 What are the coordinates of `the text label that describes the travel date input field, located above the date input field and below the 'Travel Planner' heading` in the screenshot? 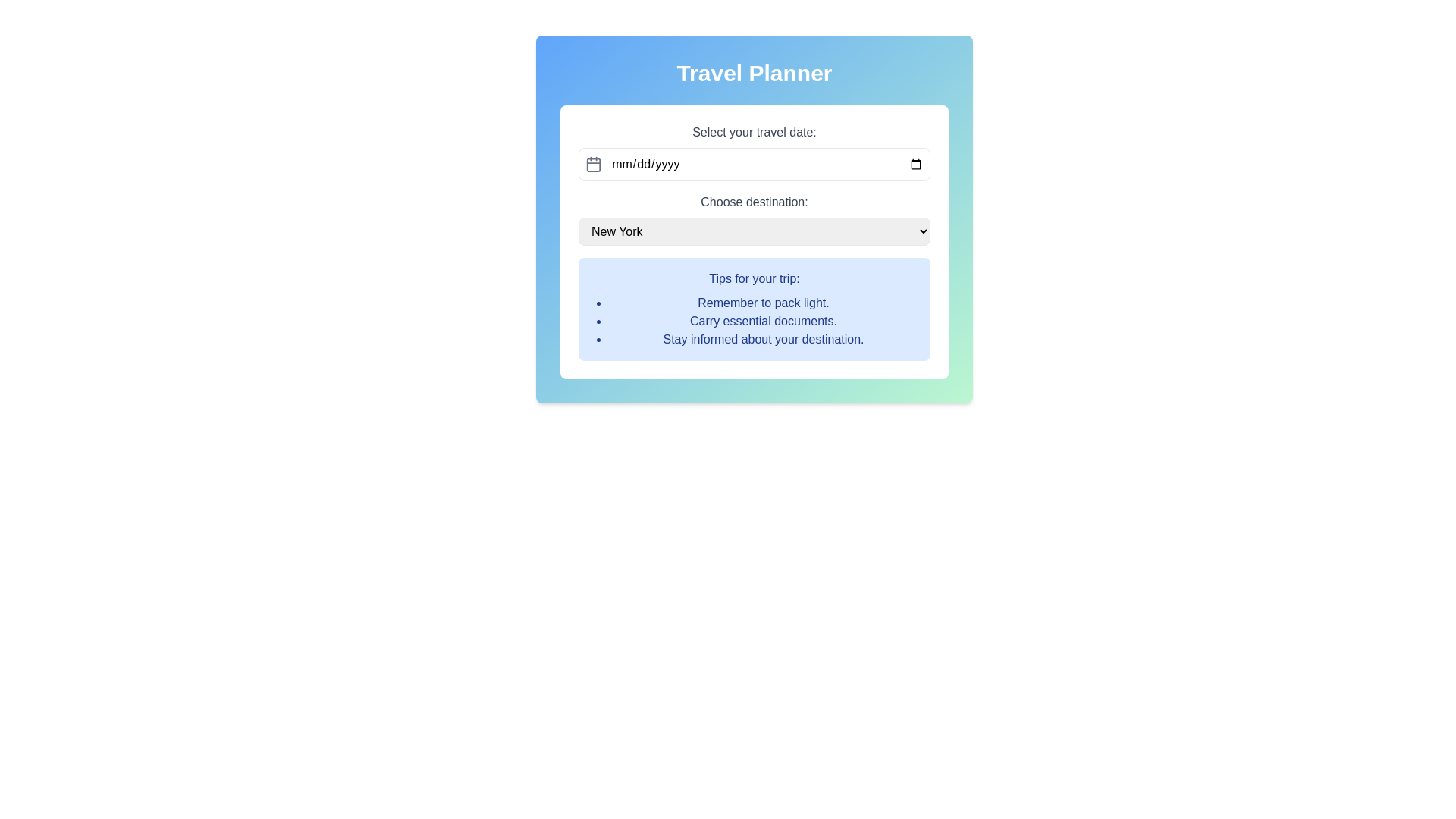 It's located at (754, 131).